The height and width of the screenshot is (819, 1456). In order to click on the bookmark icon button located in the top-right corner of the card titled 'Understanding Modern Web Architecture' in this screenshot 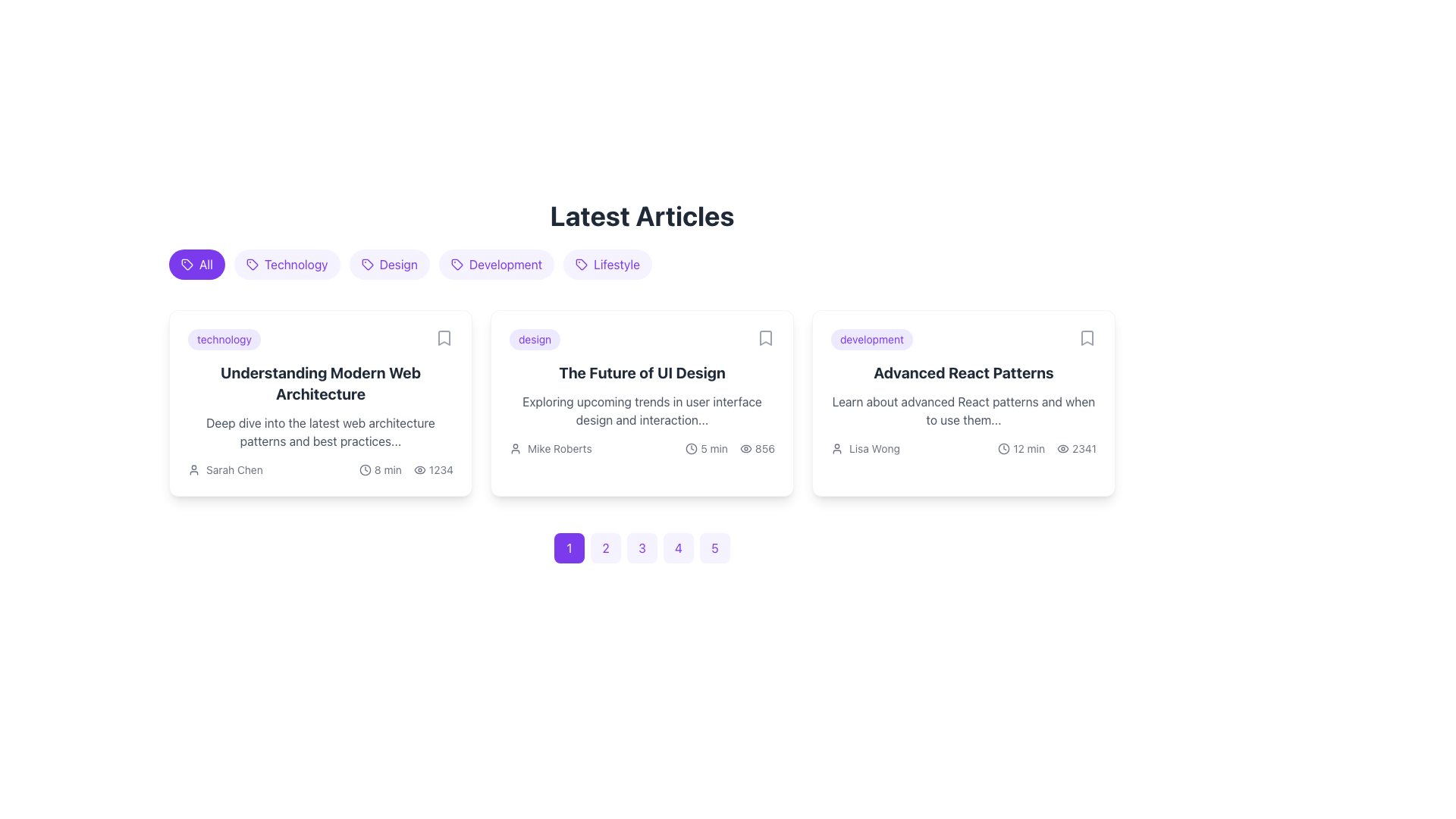, I will do `click(443, 337)`.